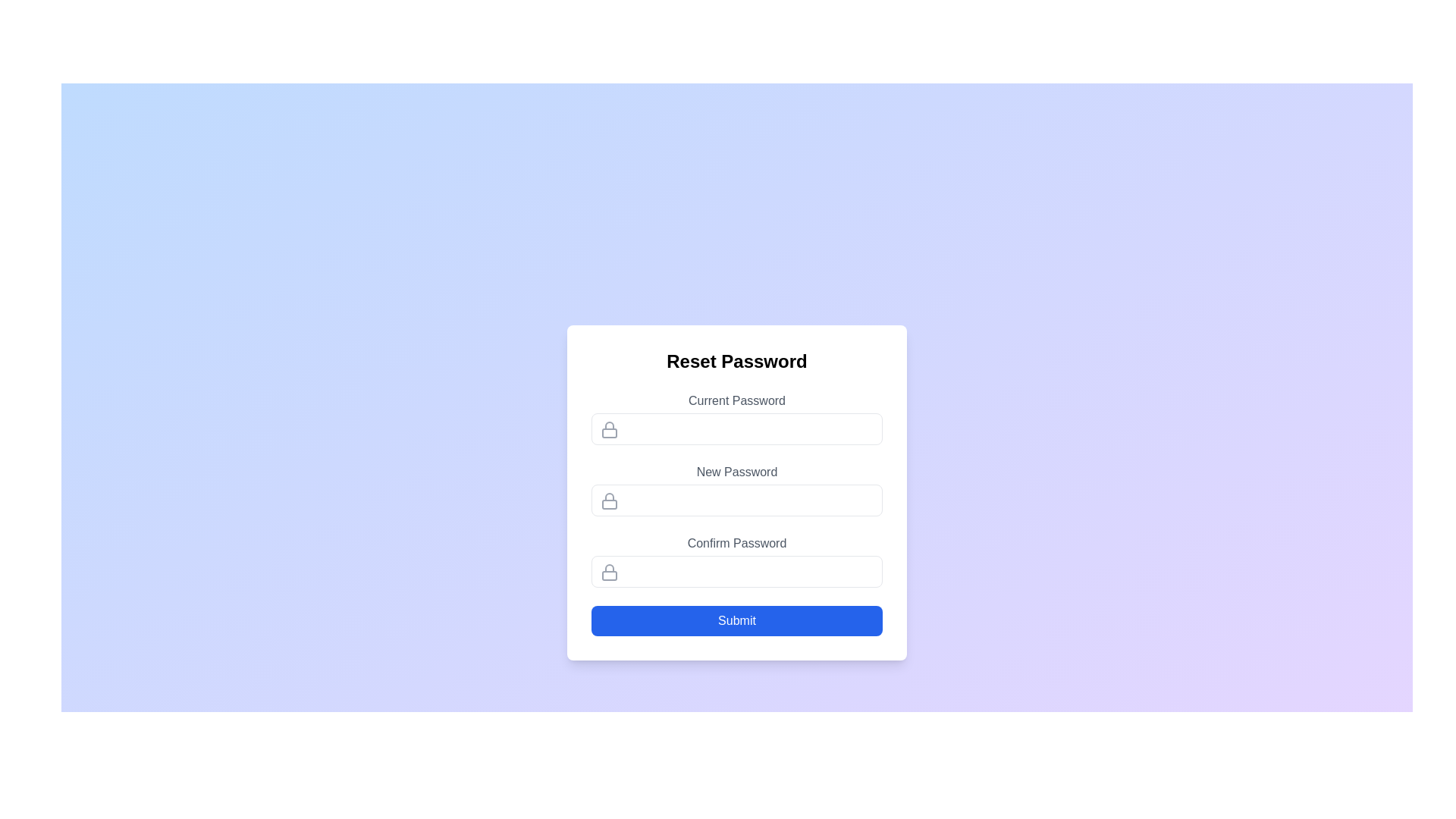 The image size is (1456, 819). I want to click on the static text label displaying 'New Password', which is positioned centrally above the input field in the card layout, so click(736, 472).